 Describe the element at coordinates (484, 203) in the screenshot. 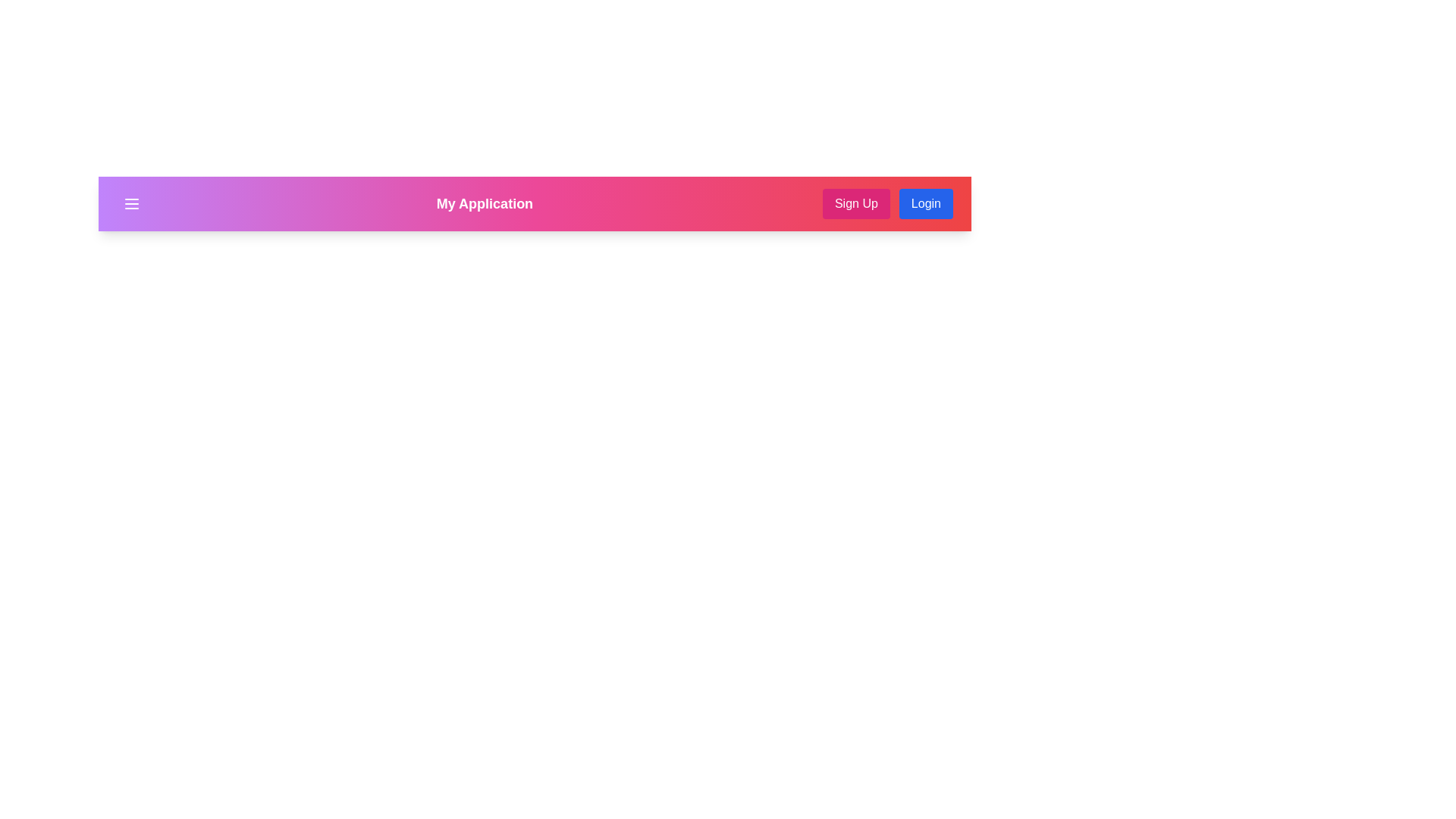

I see `the application title text to highlight it` at that location.